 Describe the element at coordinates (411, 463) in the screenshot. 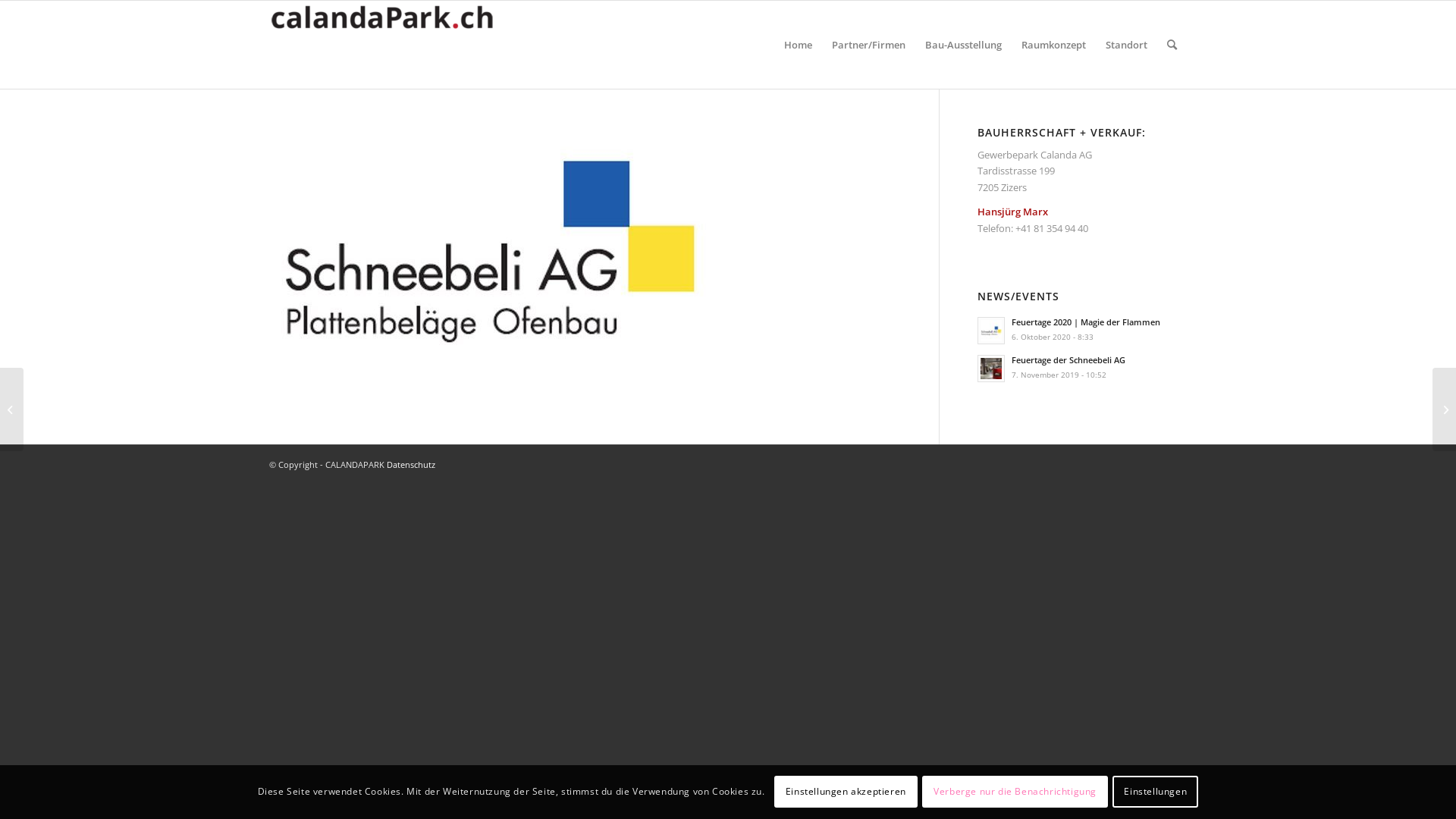

I see `'Datenschutz'` at that location.